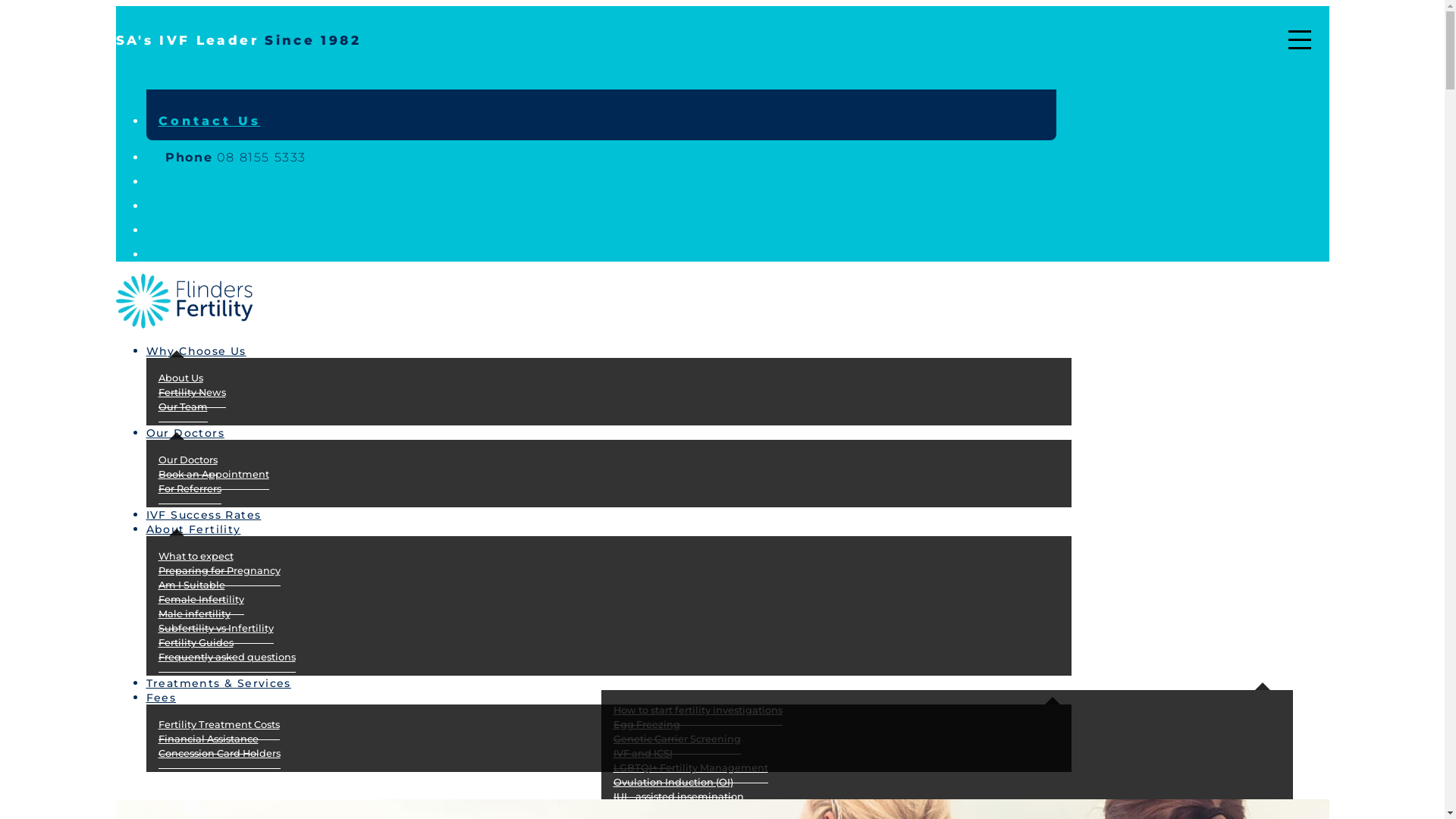 The width and height of the screenshot is (1456, 819). What do you see at coordinates (672, 783) in the screenshot?
I see `'Ovulation Induction (OI)'` at bounding box center [672, 783].